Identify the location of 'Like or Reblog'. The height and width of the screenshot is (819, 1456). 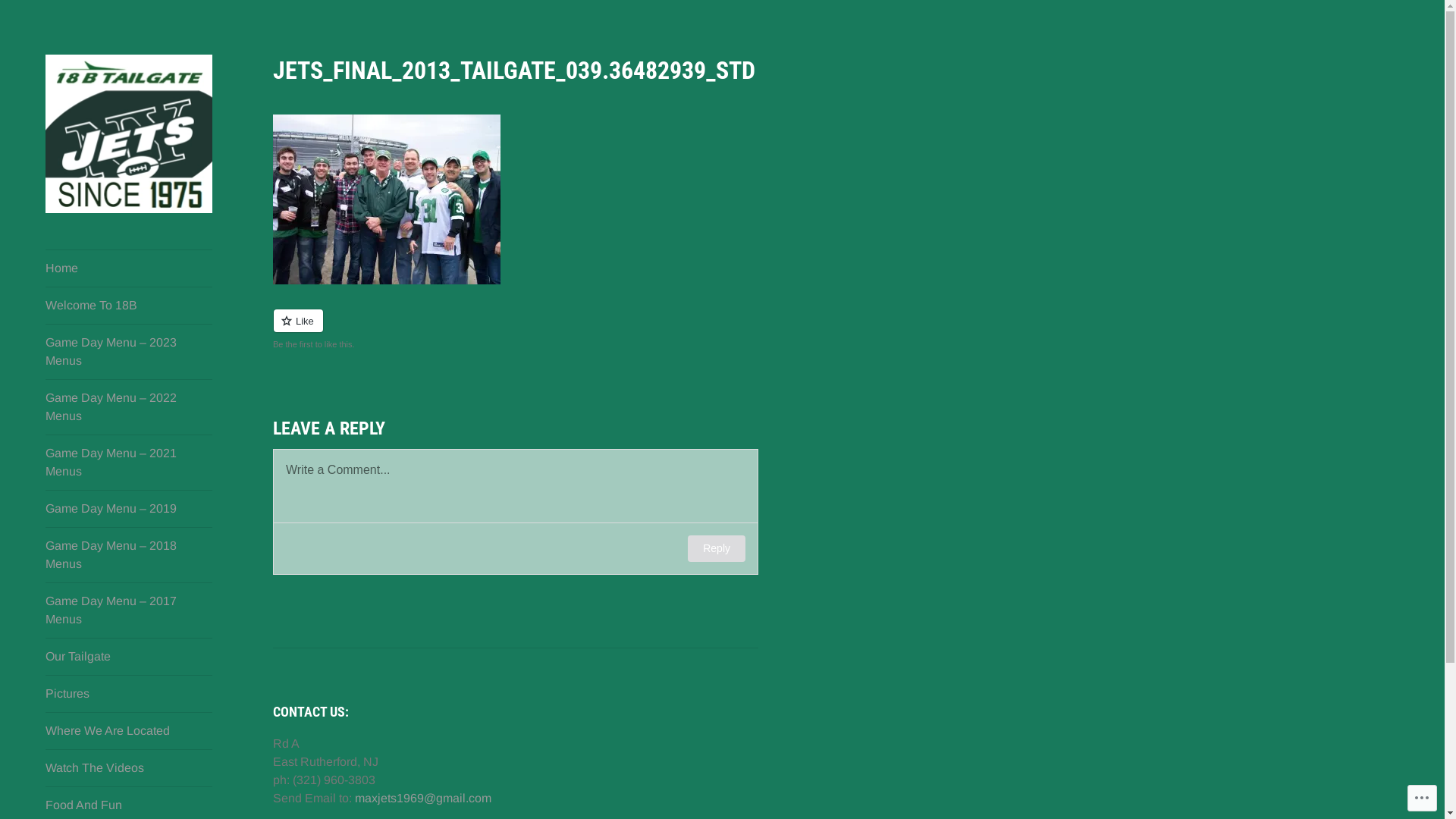
(607, 328).